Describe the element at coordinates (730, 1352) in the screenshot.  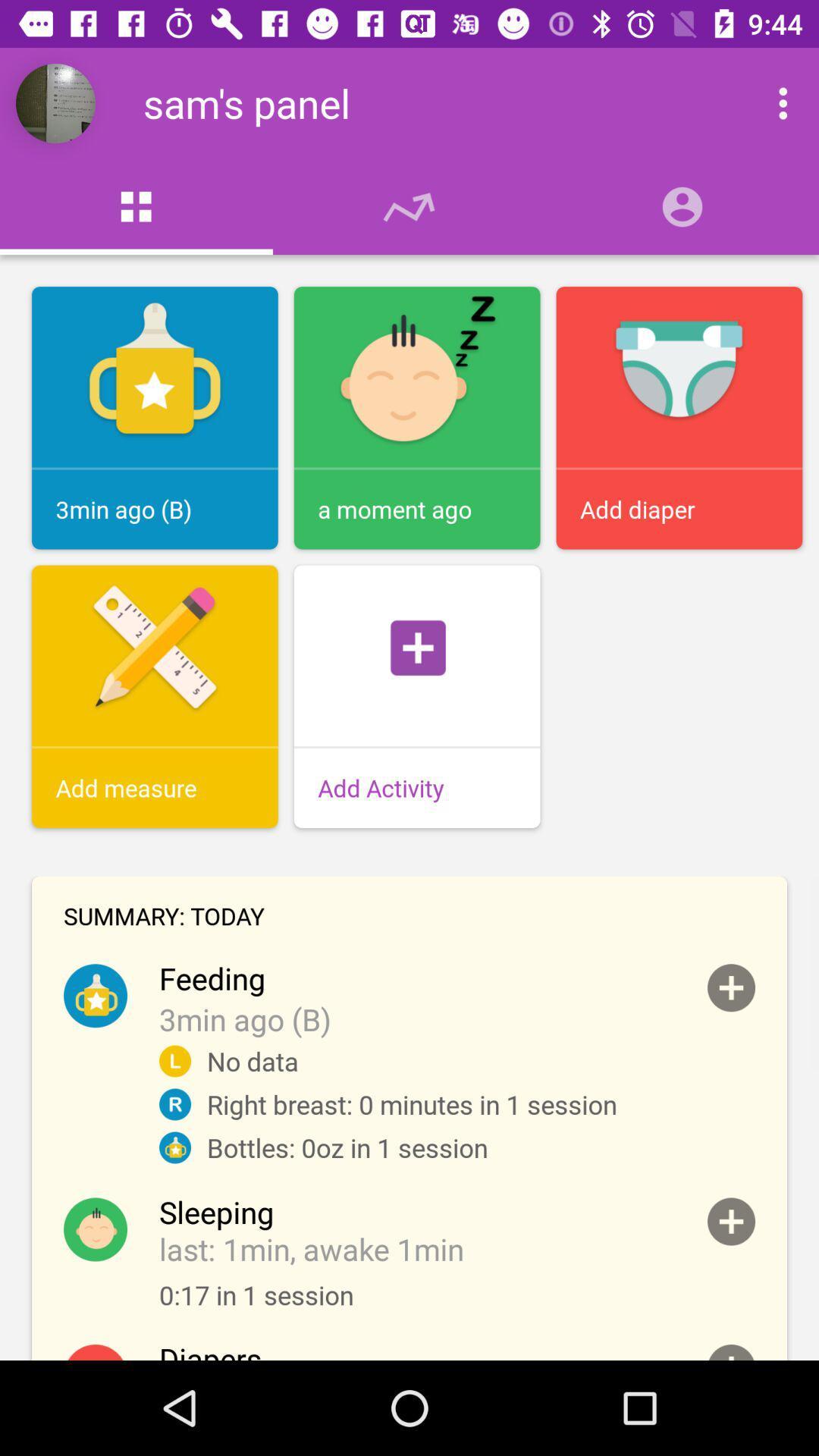
I see `see details` at that location.